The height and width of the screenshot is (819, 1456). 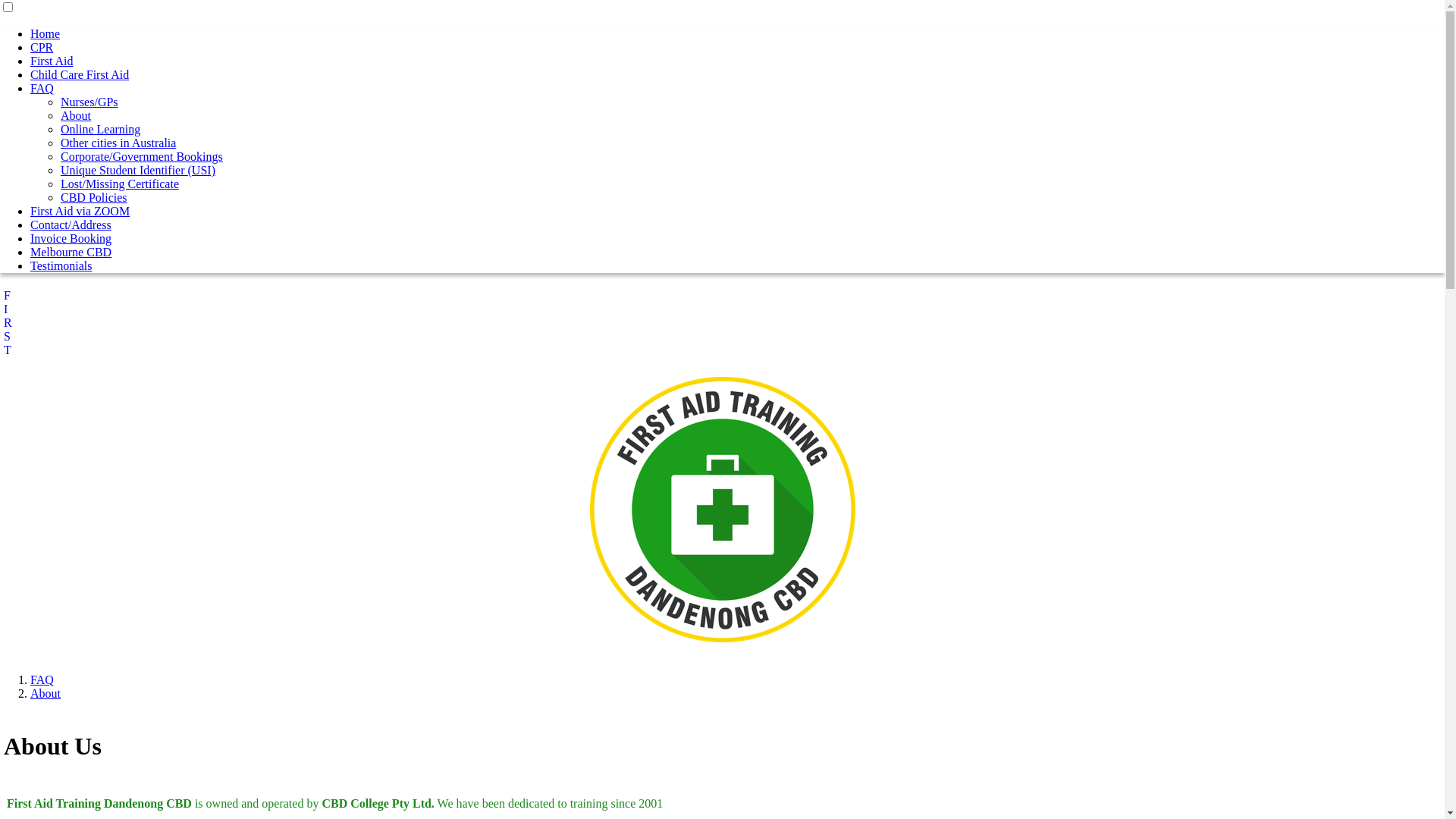 What do you see at coordinates (79, 74) in the screenshot?
I see `'Child Care First Aid'` at bounding box center [79, 74].